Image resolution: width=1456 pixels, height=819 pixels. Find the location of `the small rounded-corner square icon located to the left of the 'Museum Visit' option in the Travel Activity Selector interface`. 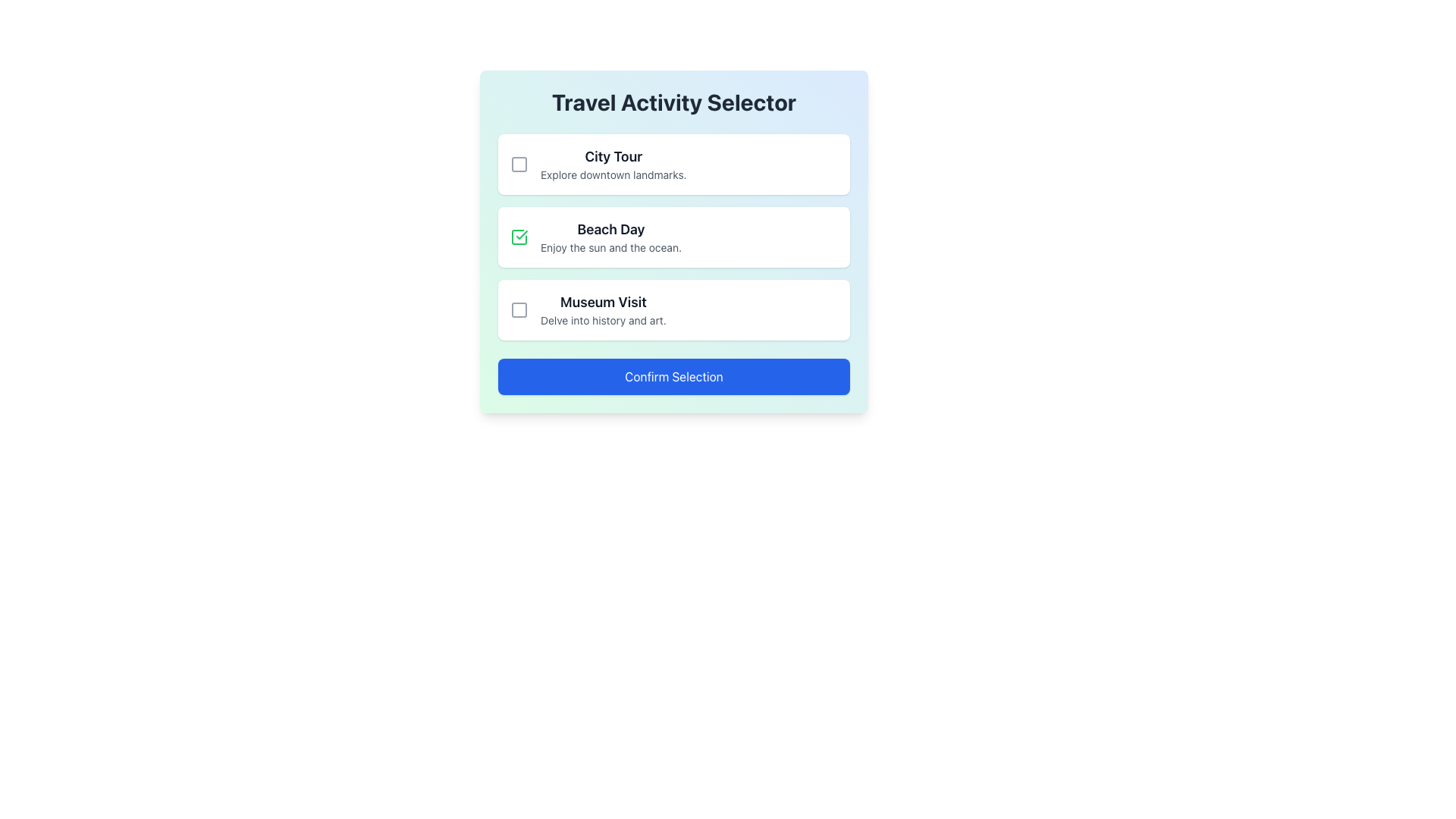

the small rounded-corner square icon located to the left of the 'Museum Visit' option in the Travel Activity Selector interface is located at coordinates (519, 309).